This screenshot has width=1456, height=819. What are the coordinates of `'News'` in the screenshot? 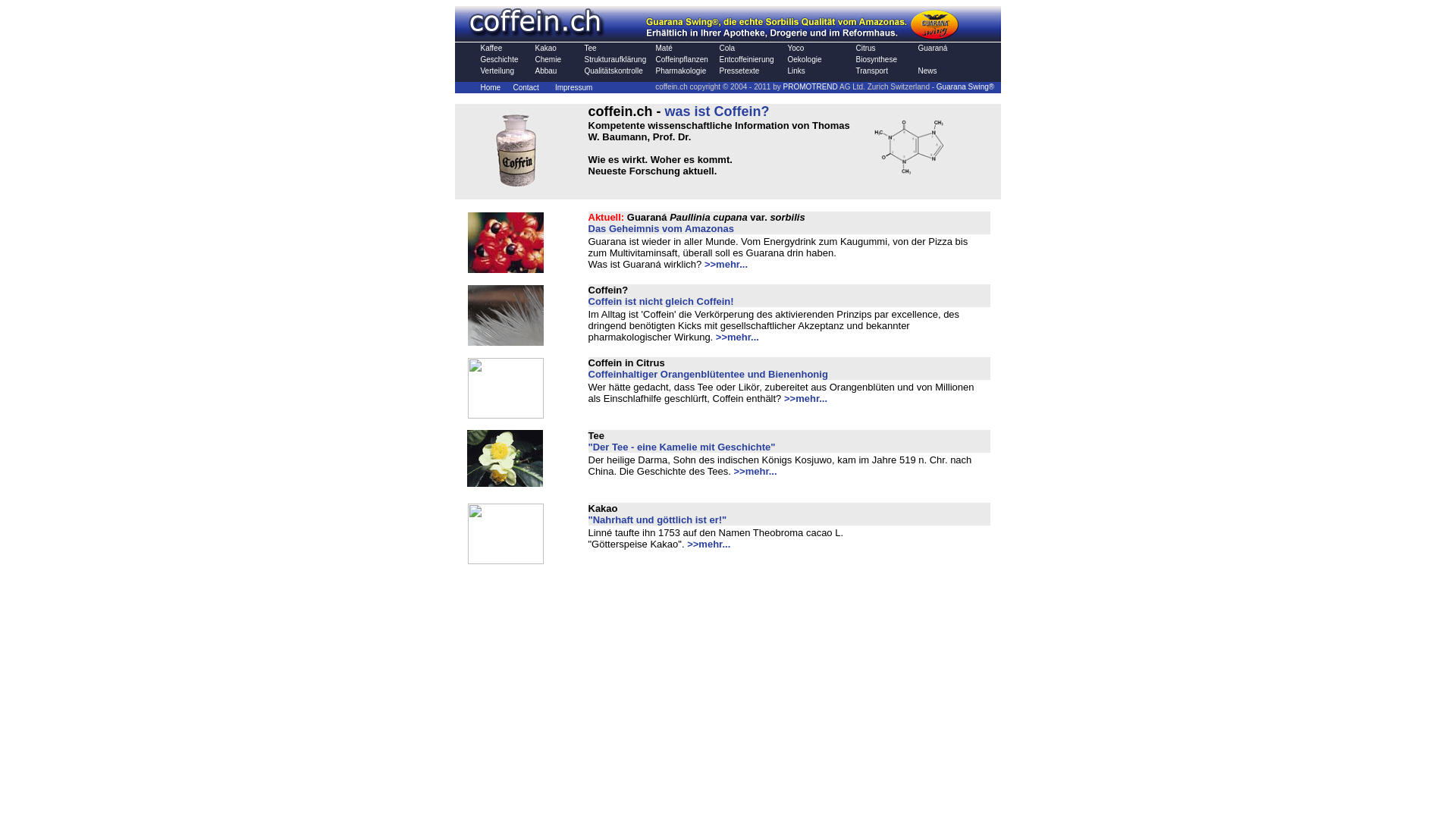 It's located at (926, 71).